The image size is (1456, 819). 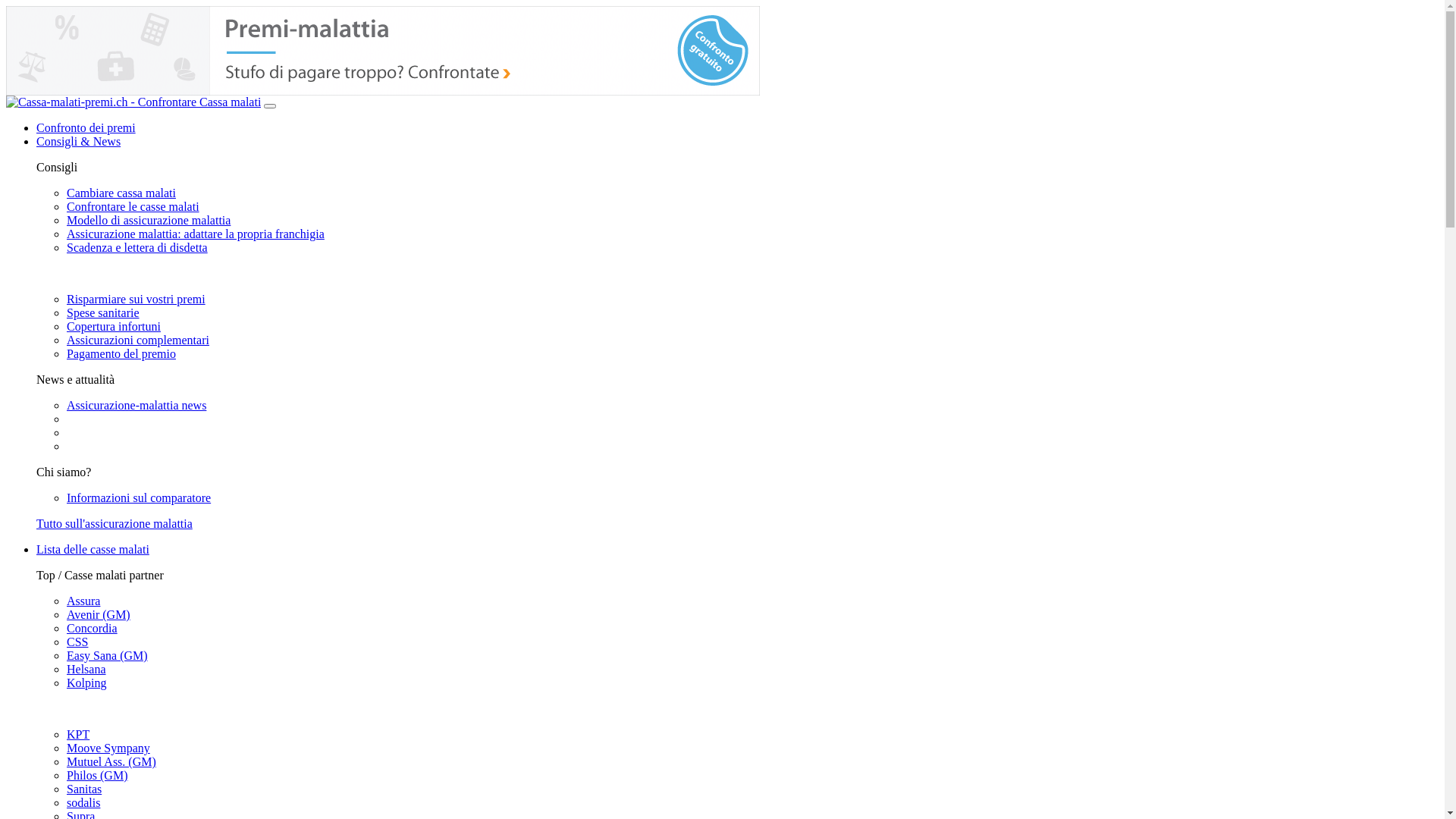 What do you see at coordinates (149, 220) in the screenshot?
I see `'Modello di assicurazione malattia'` at bounding box center [149, 220].